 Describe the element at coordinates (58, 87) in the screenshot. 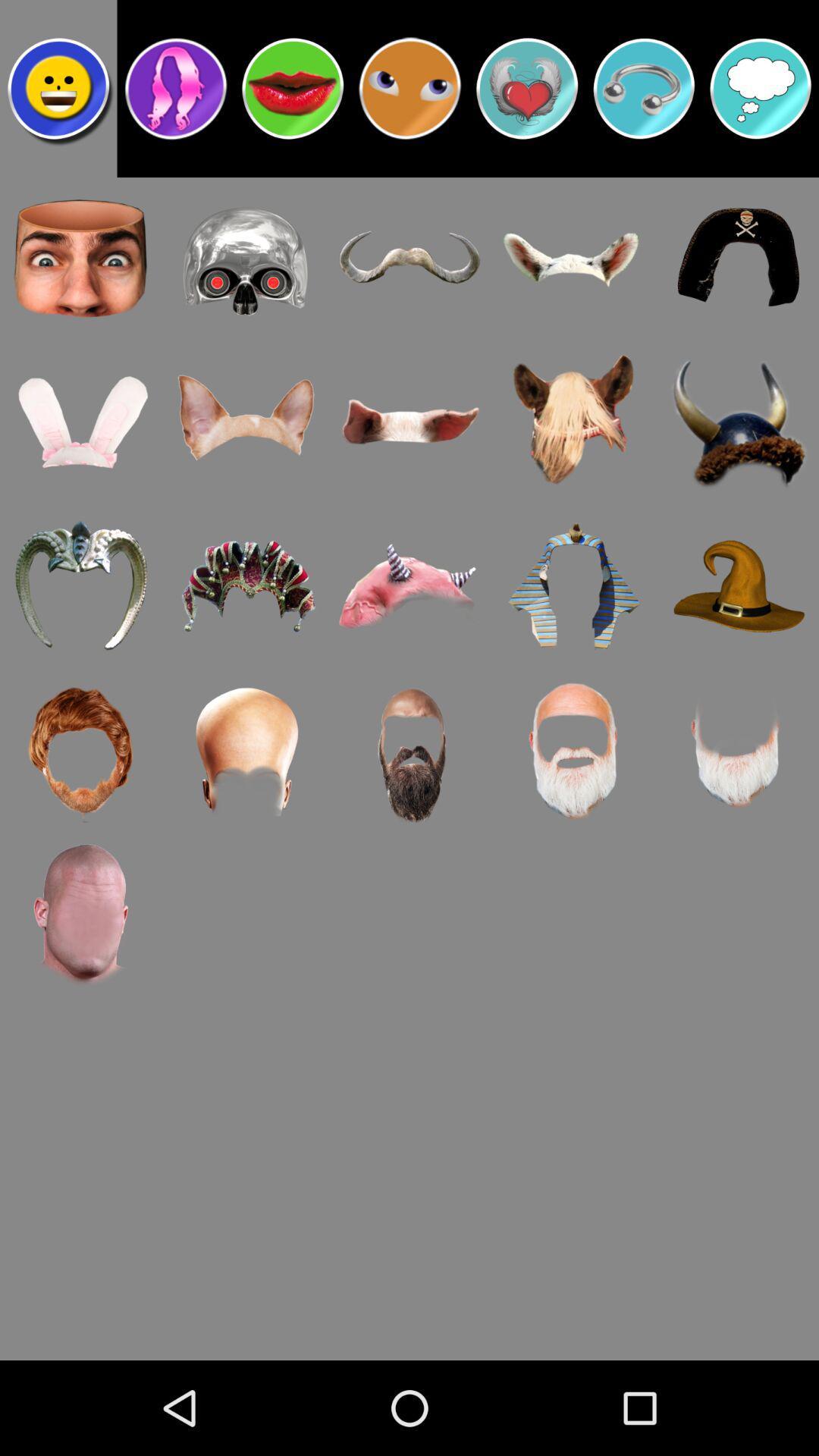

I see `face` at that location.